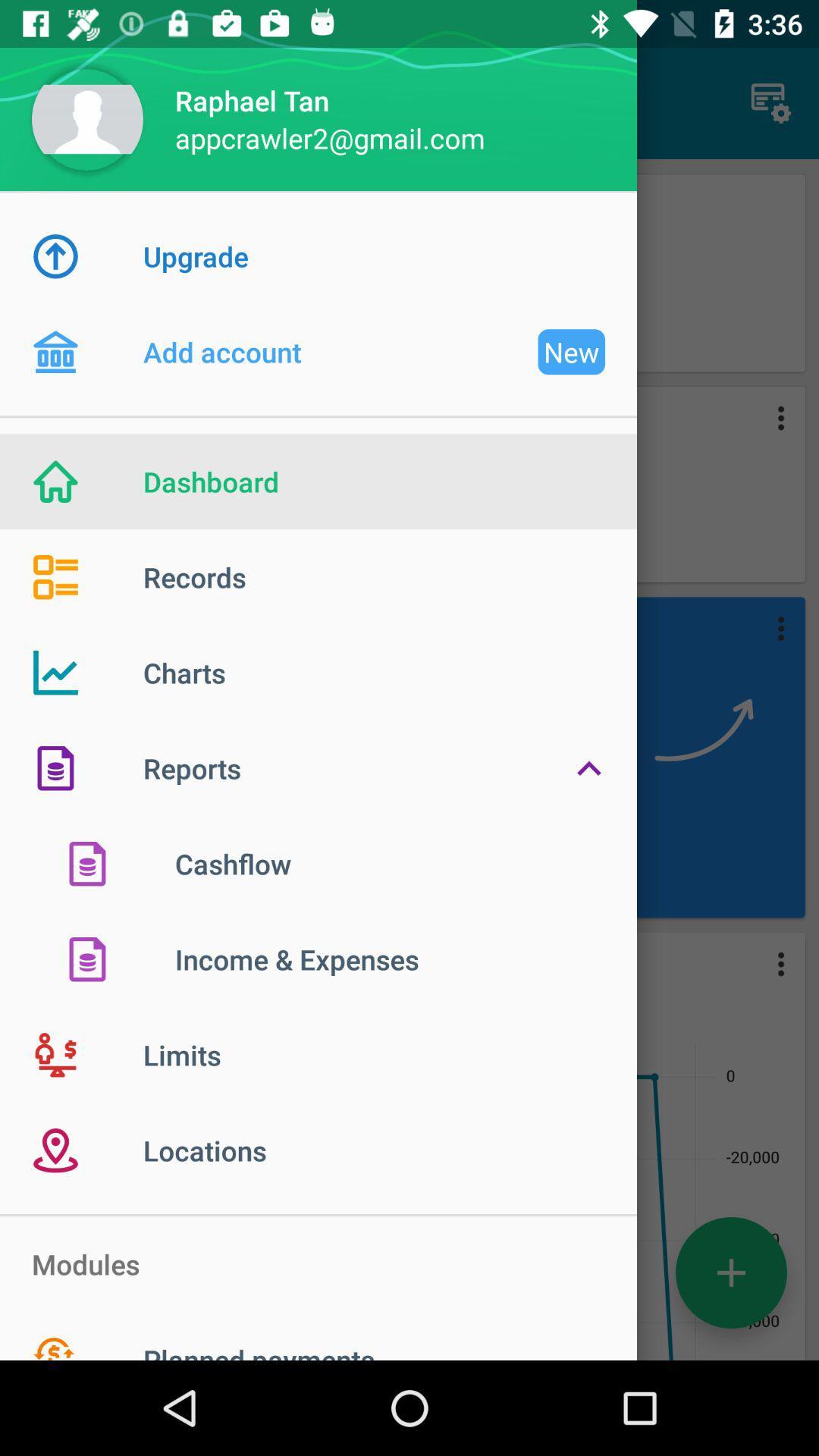 The width and height of the screenshot is (819, 1456). What do you see at coordinates (87, 480) in the screenshot?
I see `the icon which is left side of the dashboard` at bounding box center [87, 480].